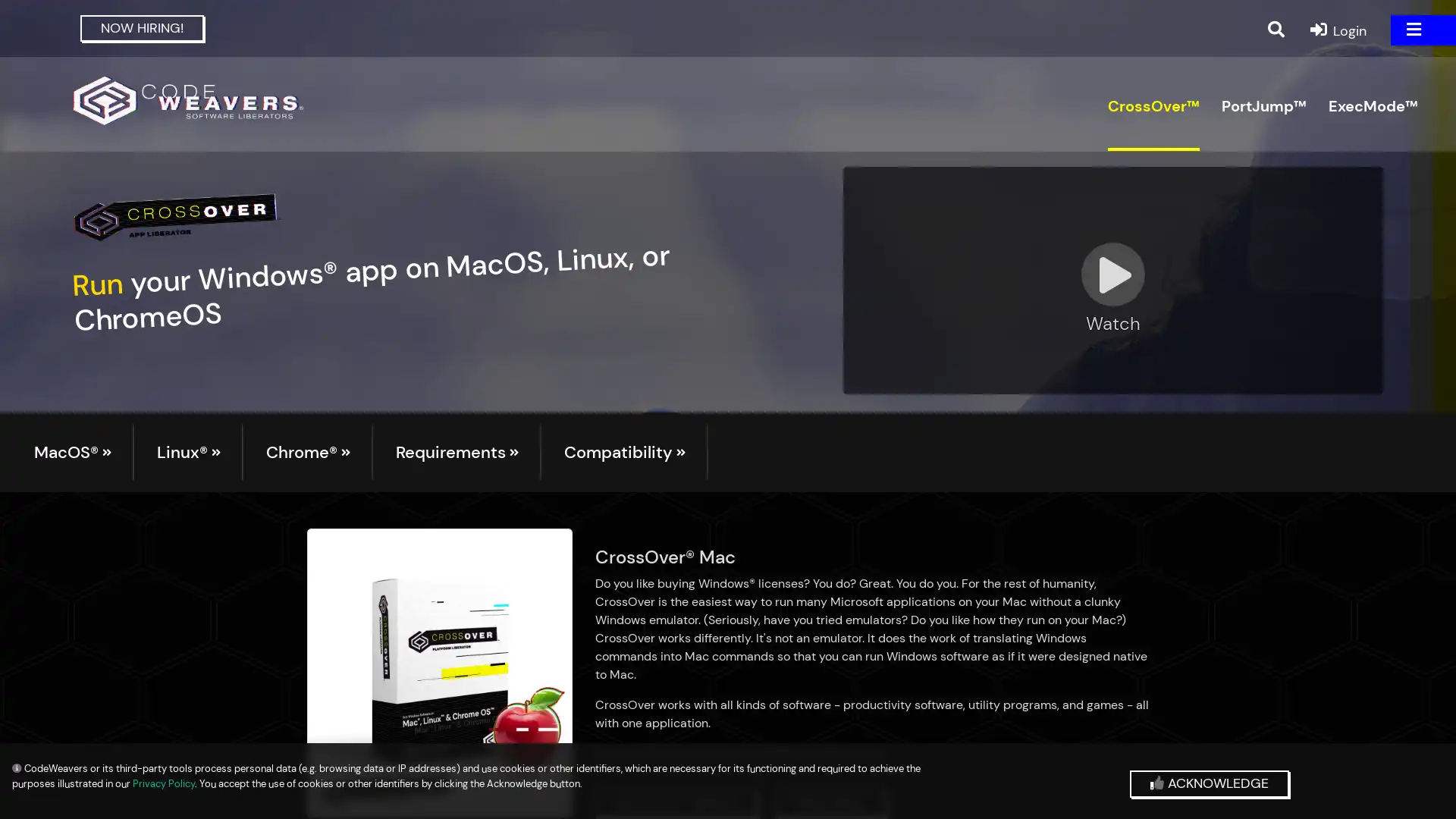 The image size is (1456, 819). What do you see at coordinates (142, 28) in the screenshot?
I see `NOW HIRING!` at bounding box center [142, 28].